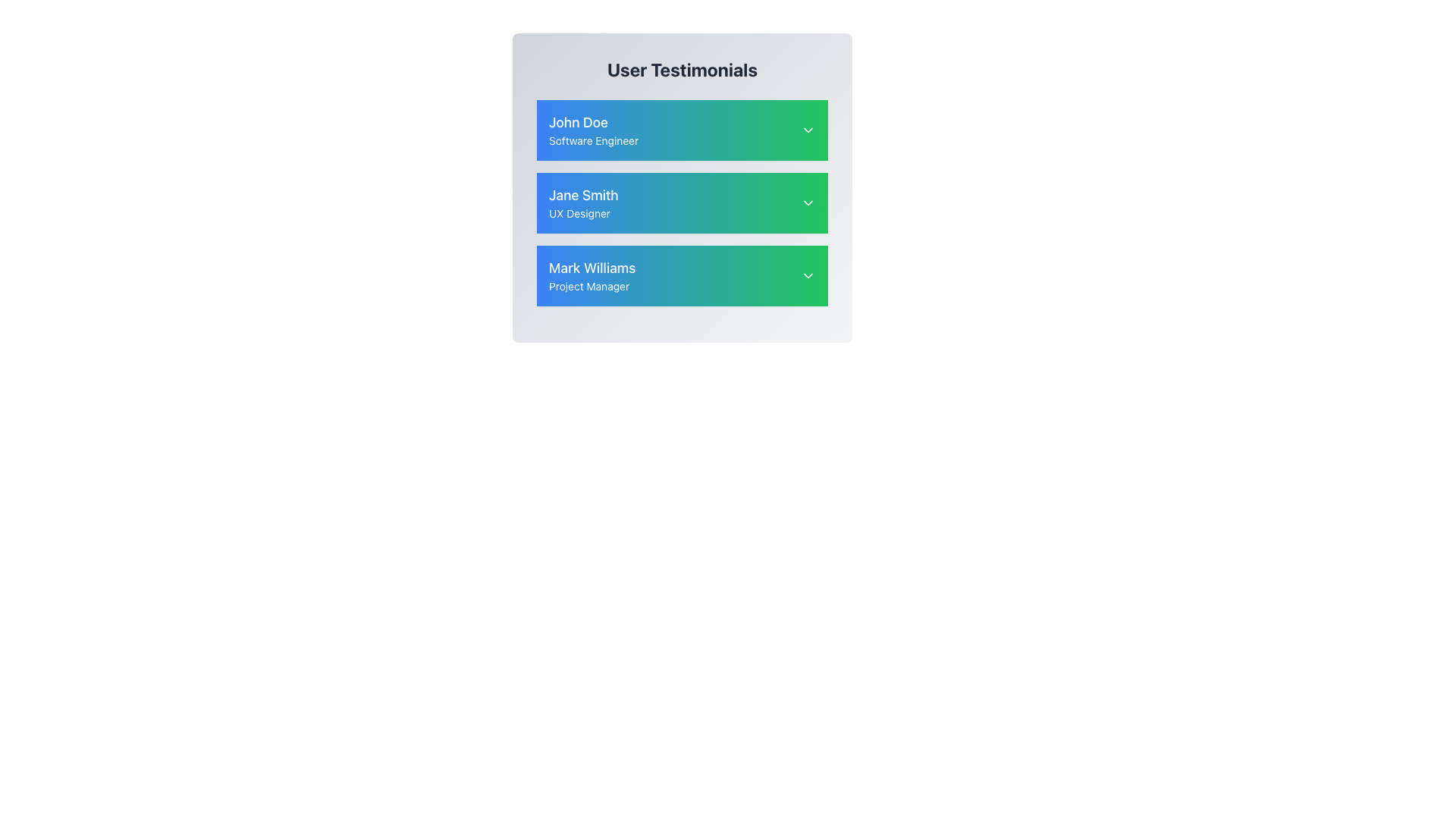 Image resolution: width=1456 pixels, height=819 pixels. Describe the element at coordinates (682, 70) in the screenshot. I see `the centered textual heading labeled 'User Testimonials' that is bold and positioned at the top center of the card-like component` at that location.